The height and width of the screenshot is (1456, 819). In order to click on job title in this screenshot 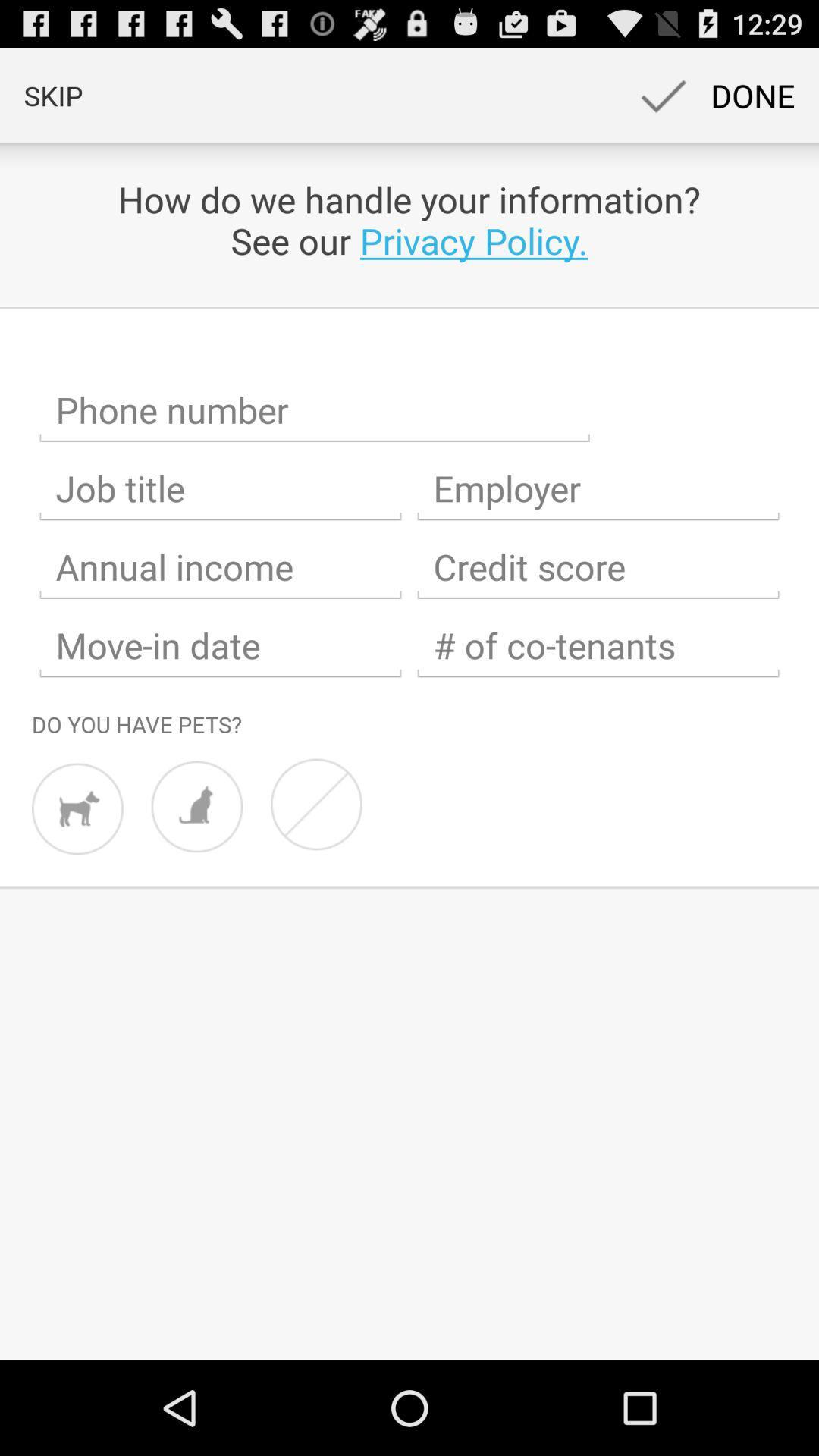, I will do `click(220, 488)`.